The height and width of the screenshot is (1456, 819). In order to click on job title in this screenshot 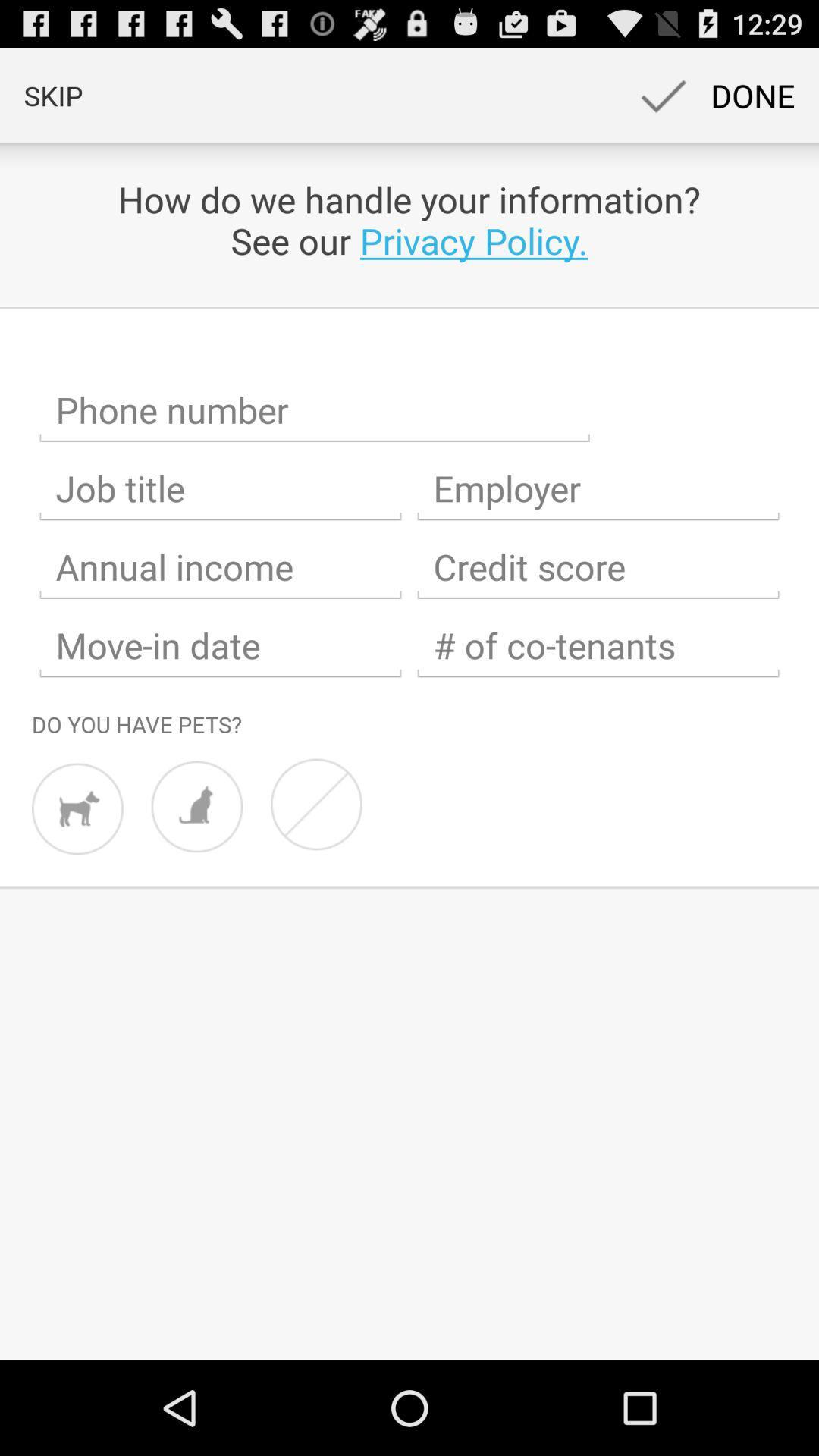, I will do `click(220, 488)`.